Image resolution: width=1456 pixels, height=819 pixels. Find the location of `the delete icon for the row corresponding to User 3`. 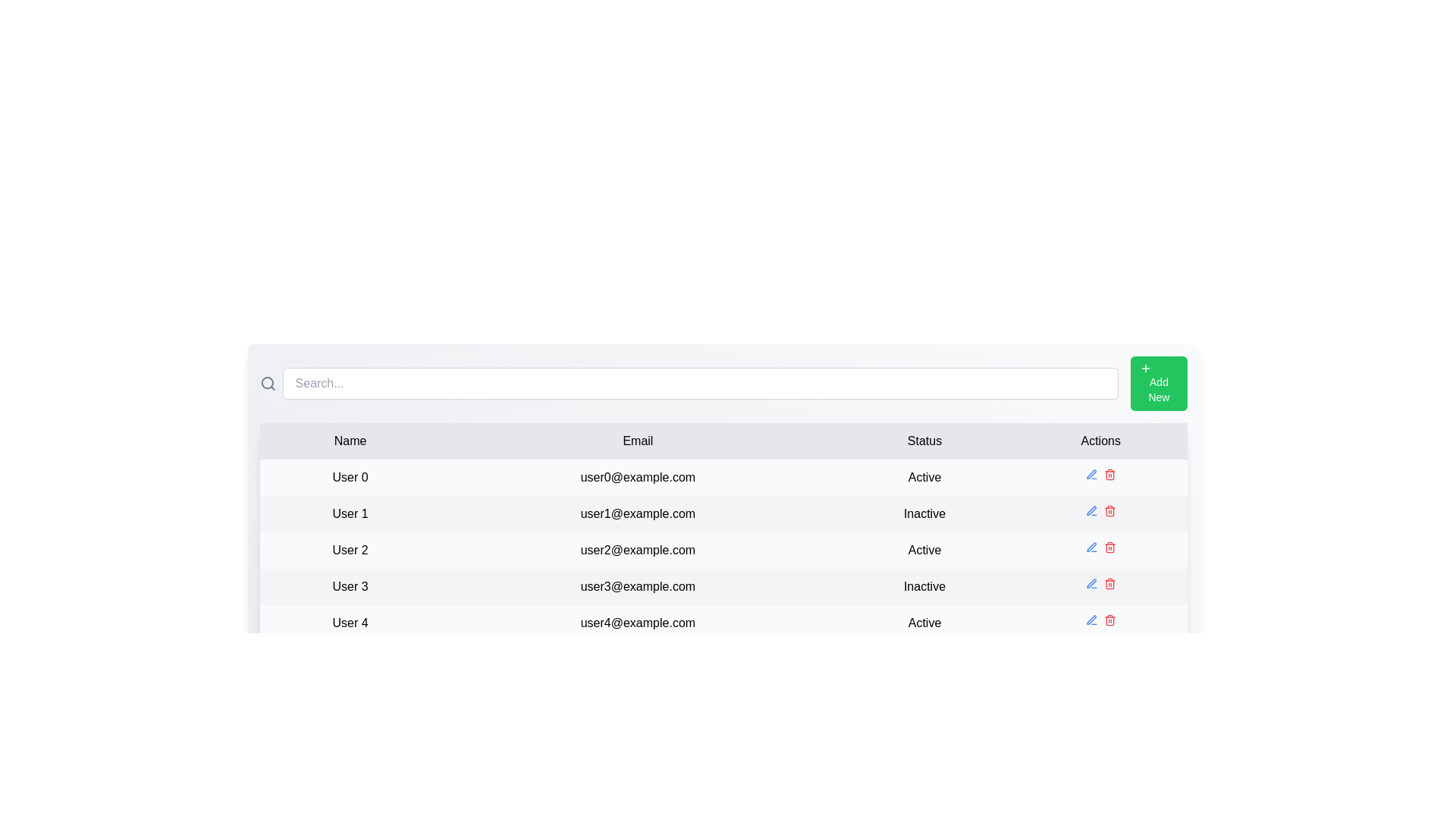

the delete icon for the row corresponding to User 3 is located at coordinates (1109, 583).